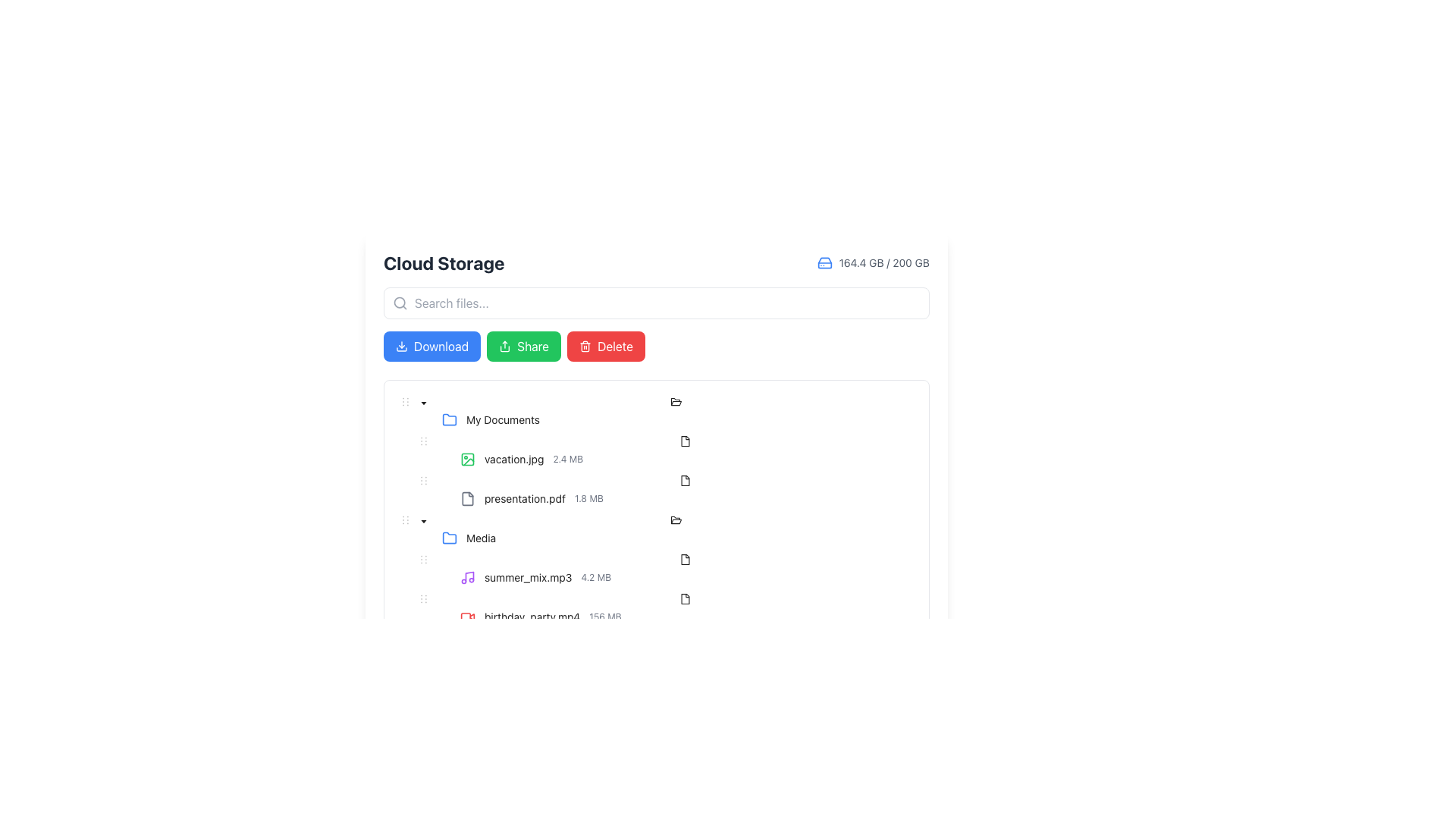  What do you see at coordinates (676, 519) in the screenshot?
I see `descriptive label associated with the open folder icon located to the left of the 'Media' label in the file tree structure` at bounding box center [676, 519].